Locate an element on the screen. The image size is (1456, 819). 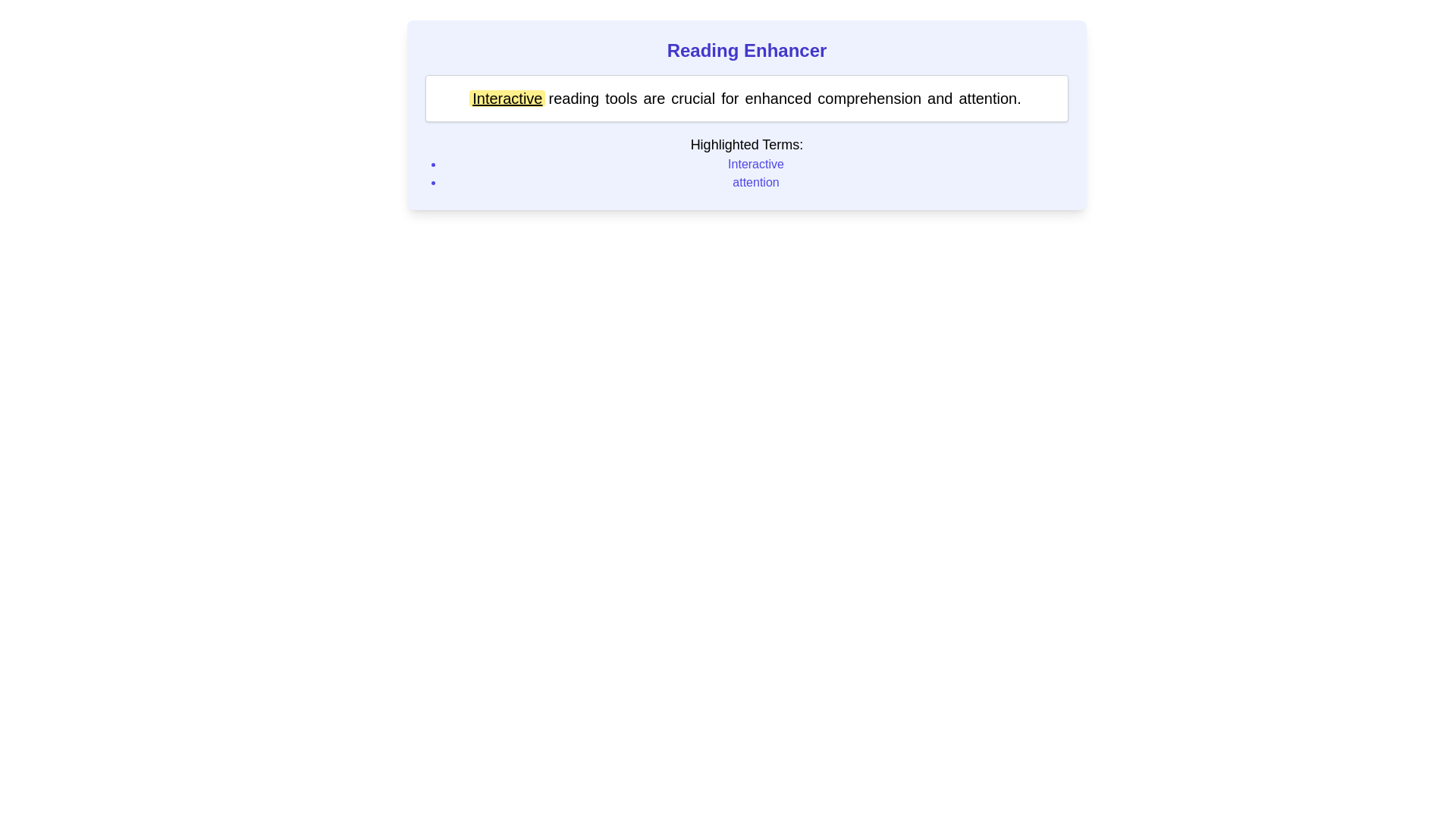
the text label displaying 'Highlighted Terms:' to understand its context as a heading above the list of terms is located at coordinates (746, 145).